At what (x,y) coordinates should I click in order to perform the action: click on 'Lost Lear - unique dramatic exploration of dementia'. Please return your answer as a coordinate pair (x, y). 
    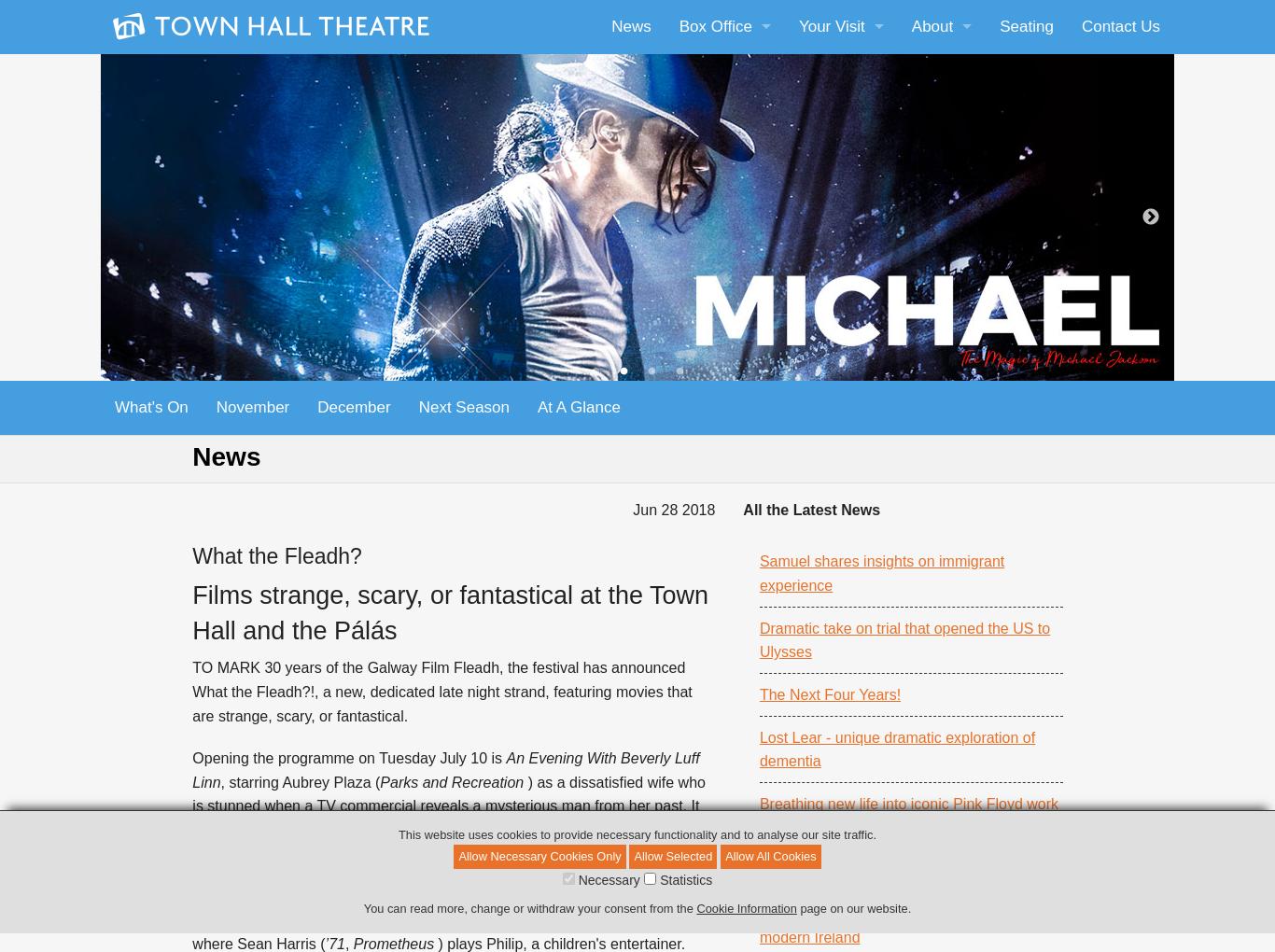
    Looking at the image, I should click on (896, 748).